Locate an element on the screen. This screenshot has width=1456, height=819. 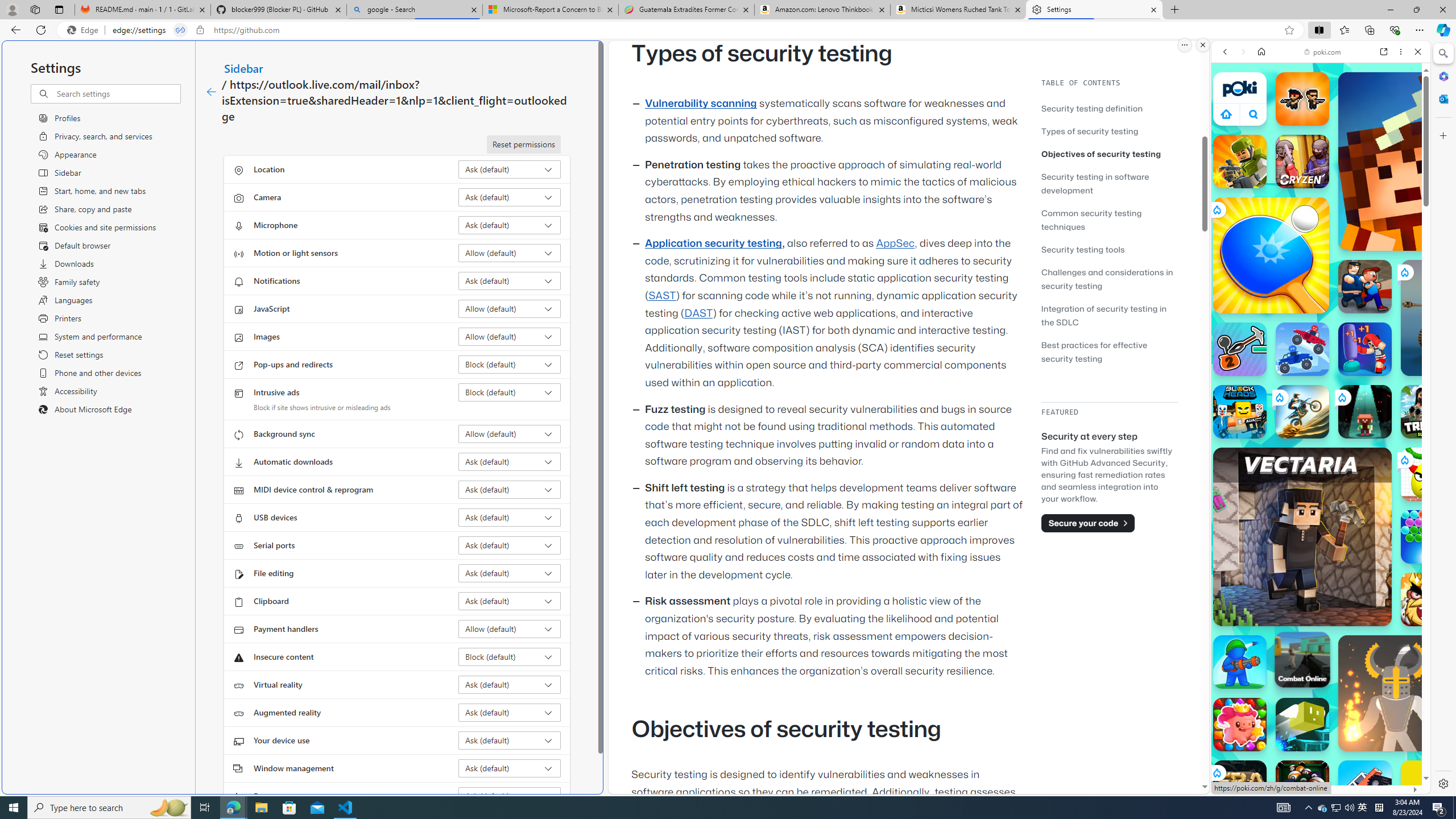
'Objectives of security testing' is located at coordinates (1108, 153).